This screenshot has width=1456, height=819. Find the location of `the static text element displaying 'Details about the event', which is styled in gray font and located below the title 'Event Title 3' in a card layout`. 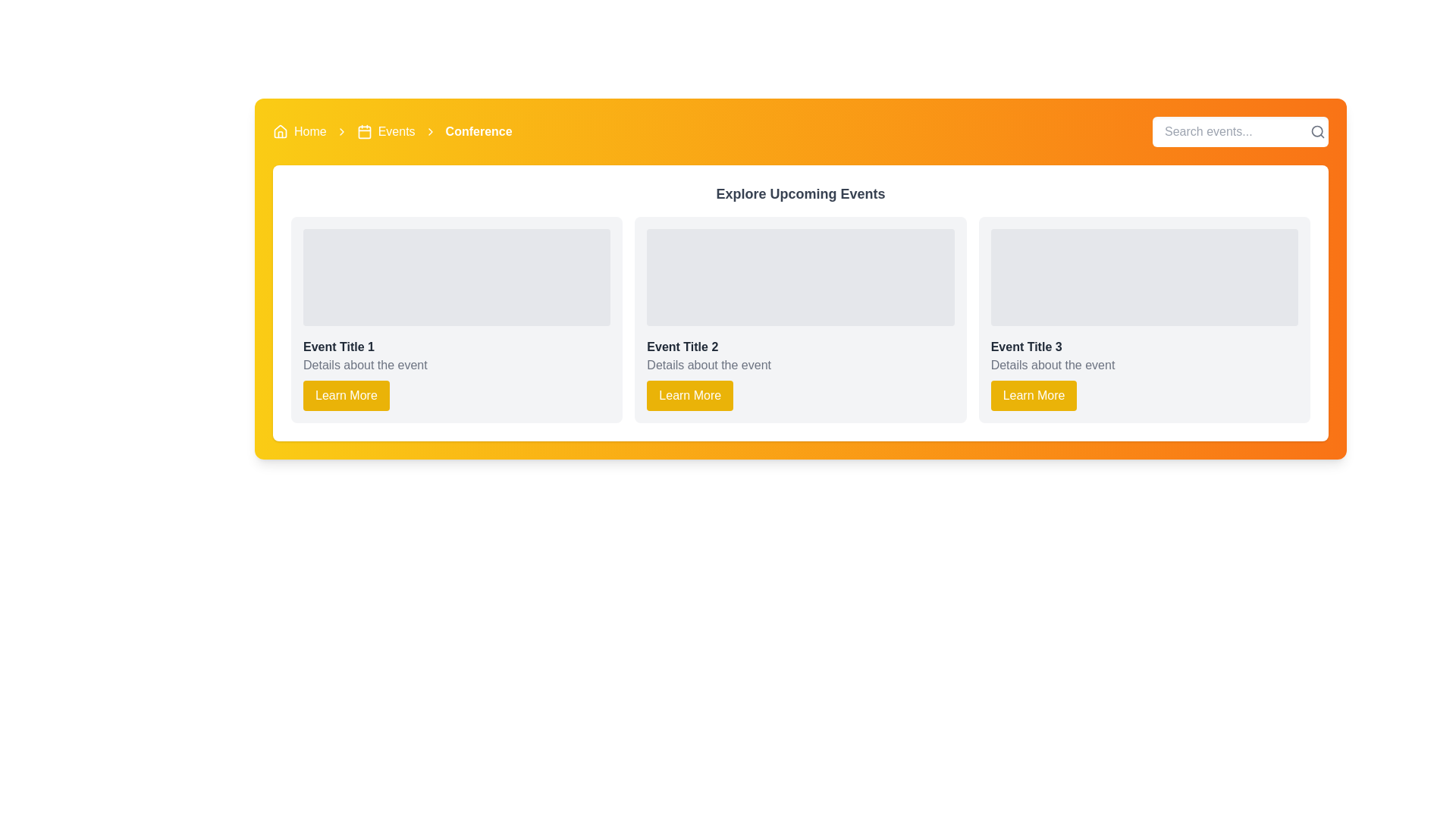

the static text element displaying 'Details about the event', which is styled in gray font and located below the title 'Event Title 3' in a card layout is located at coordinates (1052, 366).